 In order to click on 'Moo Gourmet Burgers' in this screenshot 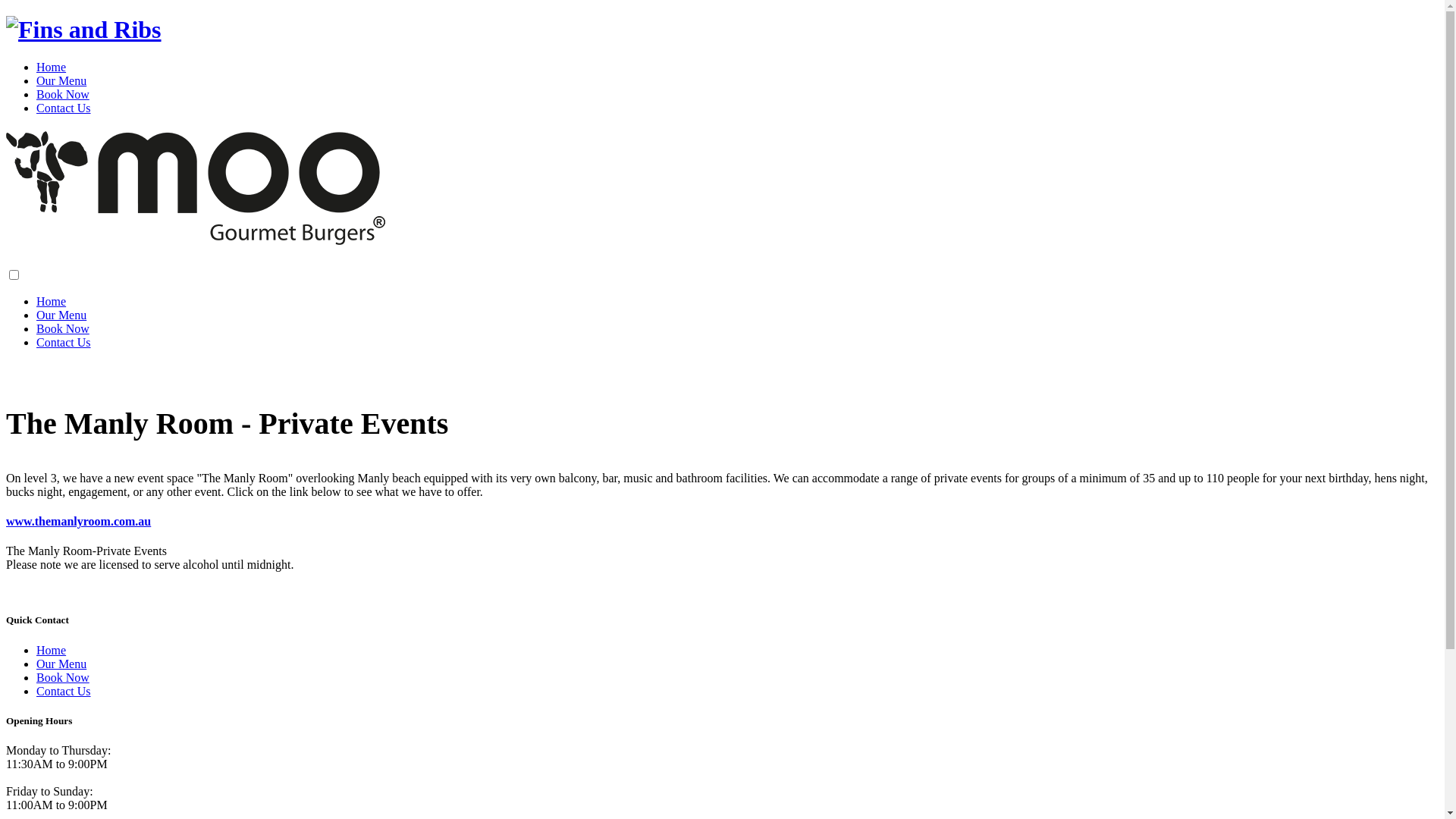, I will do `click(195, 237)`.